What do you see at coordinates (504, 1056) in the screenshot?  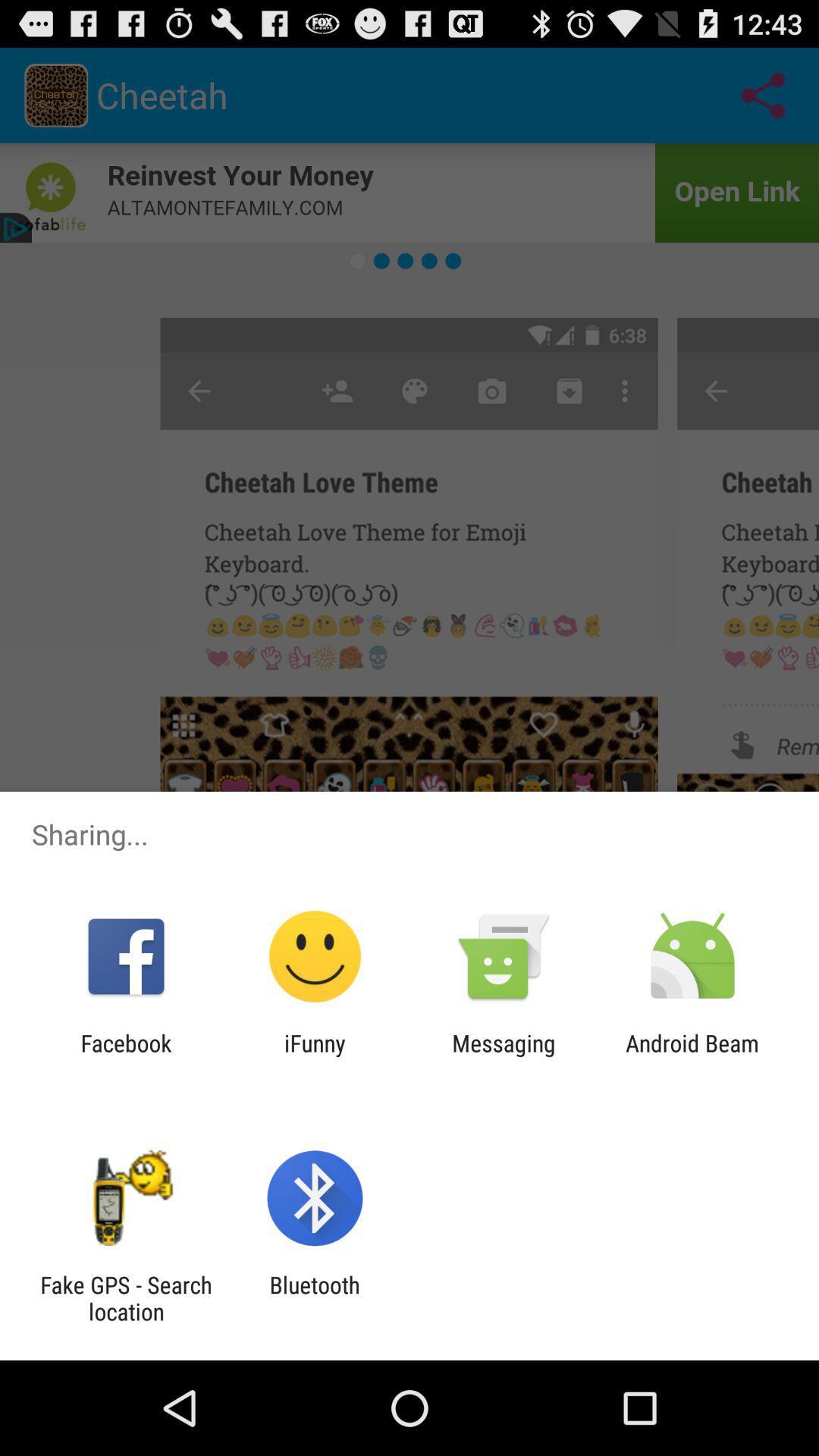 I see `the messaging` at bounding box center [504, 1056].